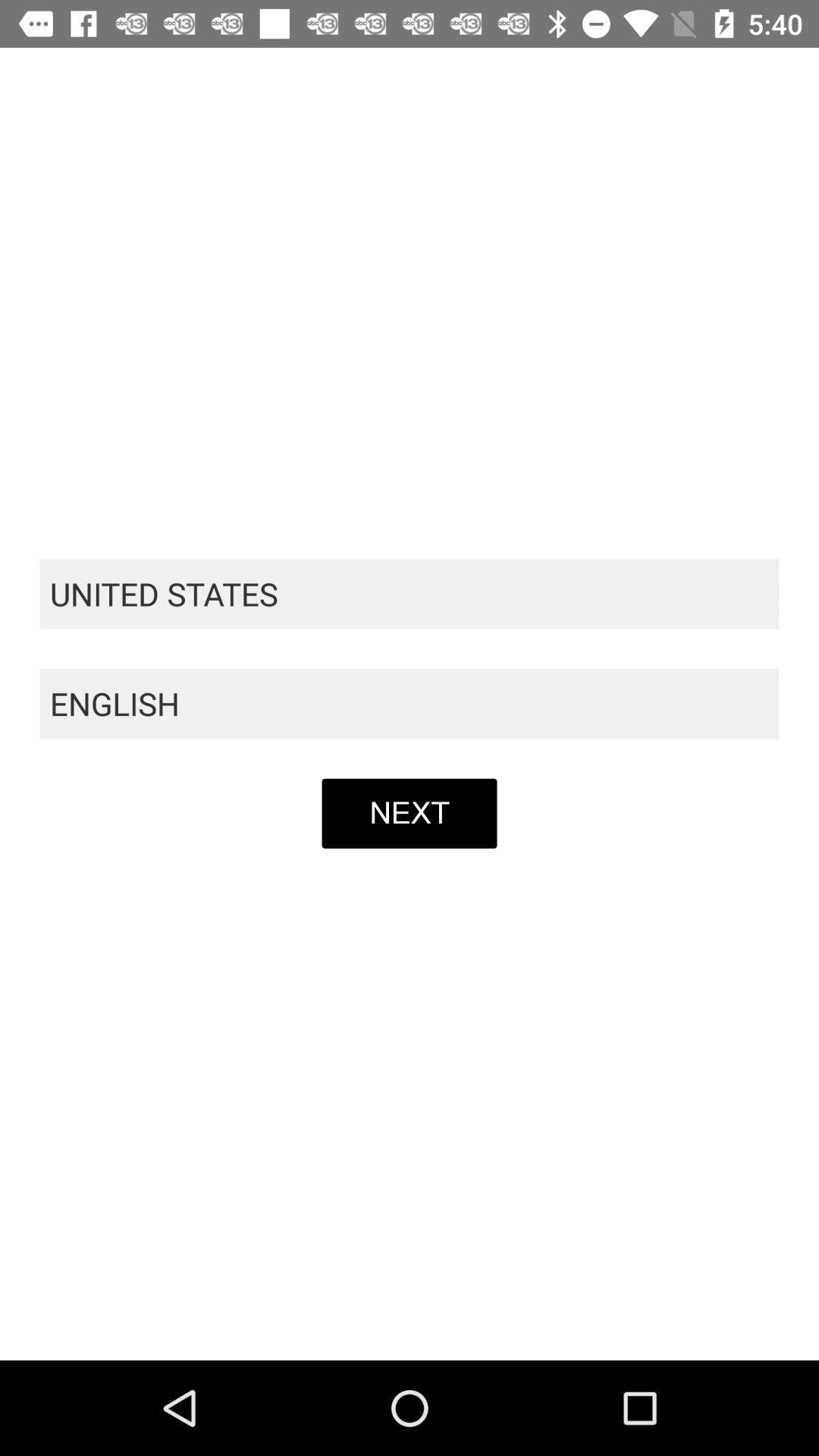 The width and height of the screenshot is (819, 1456). Describe the element at coordinates (409, 703) in the screenshot. I see `english` at that location.